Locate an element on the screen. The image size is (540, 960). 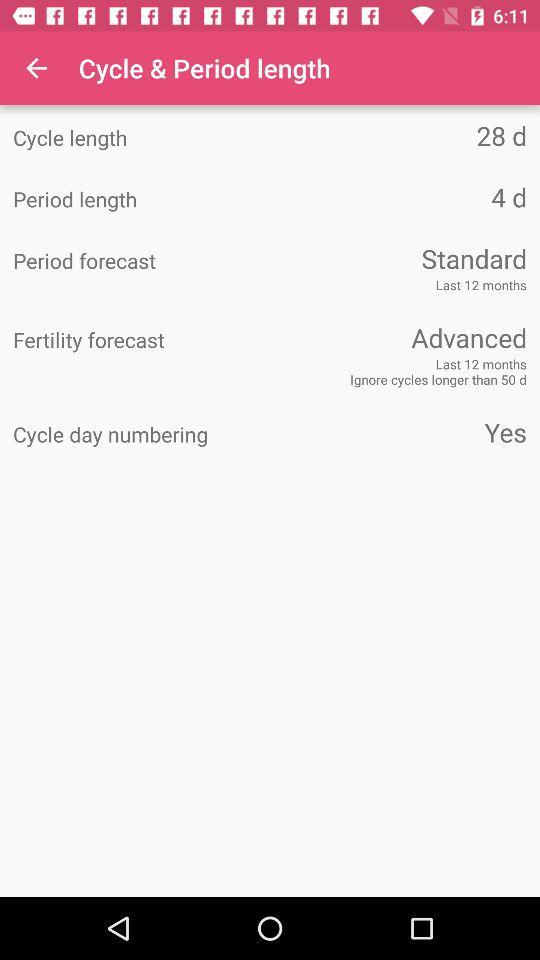
the item next to cycle day numbering item is located at coordinates (398, 432).